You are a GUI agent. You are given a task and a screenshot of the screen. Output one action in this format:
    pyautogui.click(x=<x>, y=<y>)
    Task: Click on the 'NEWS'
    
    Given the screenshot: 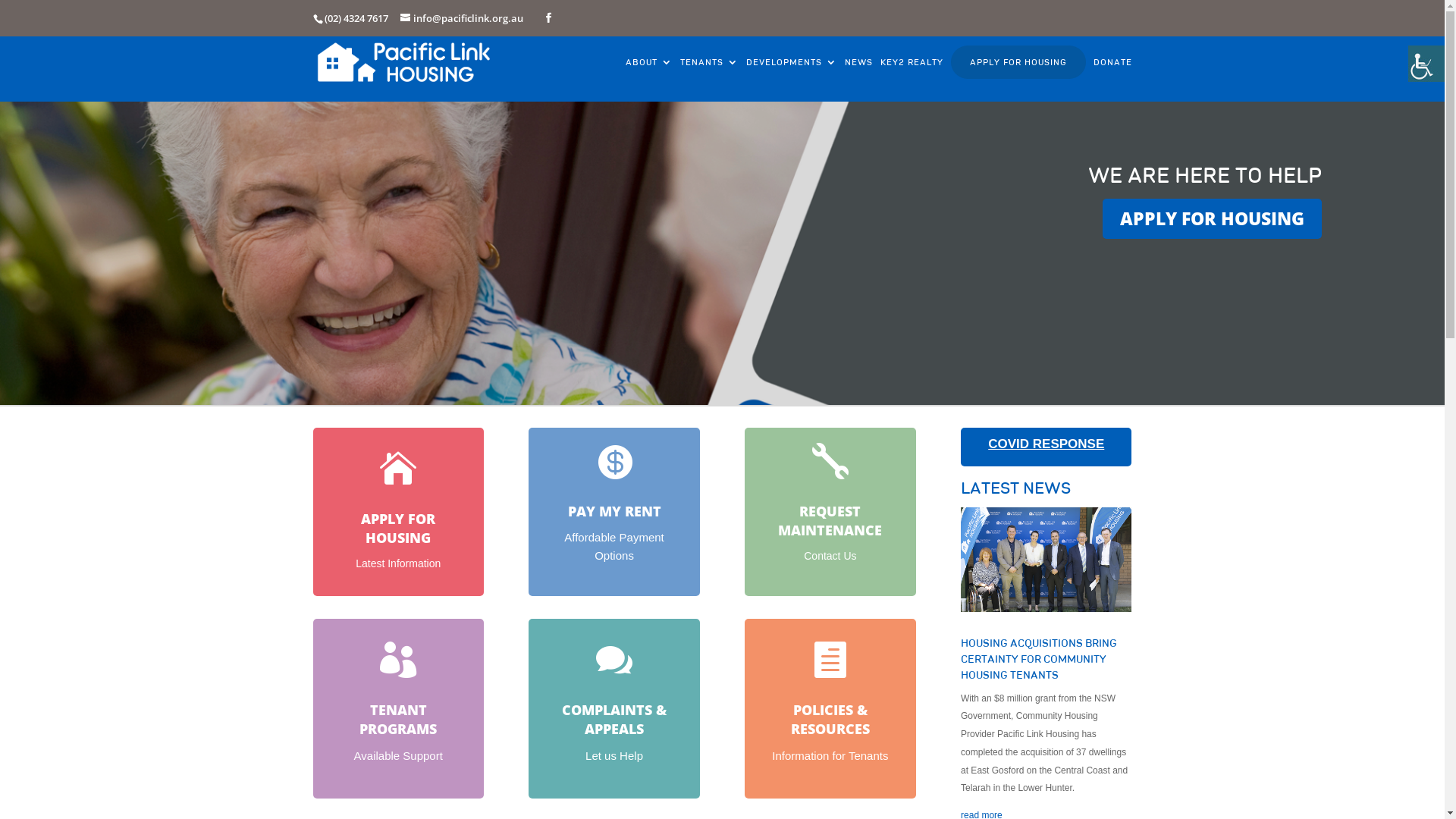 What is the action you would take?
    pyautogui.click(x=858, y=79)
    